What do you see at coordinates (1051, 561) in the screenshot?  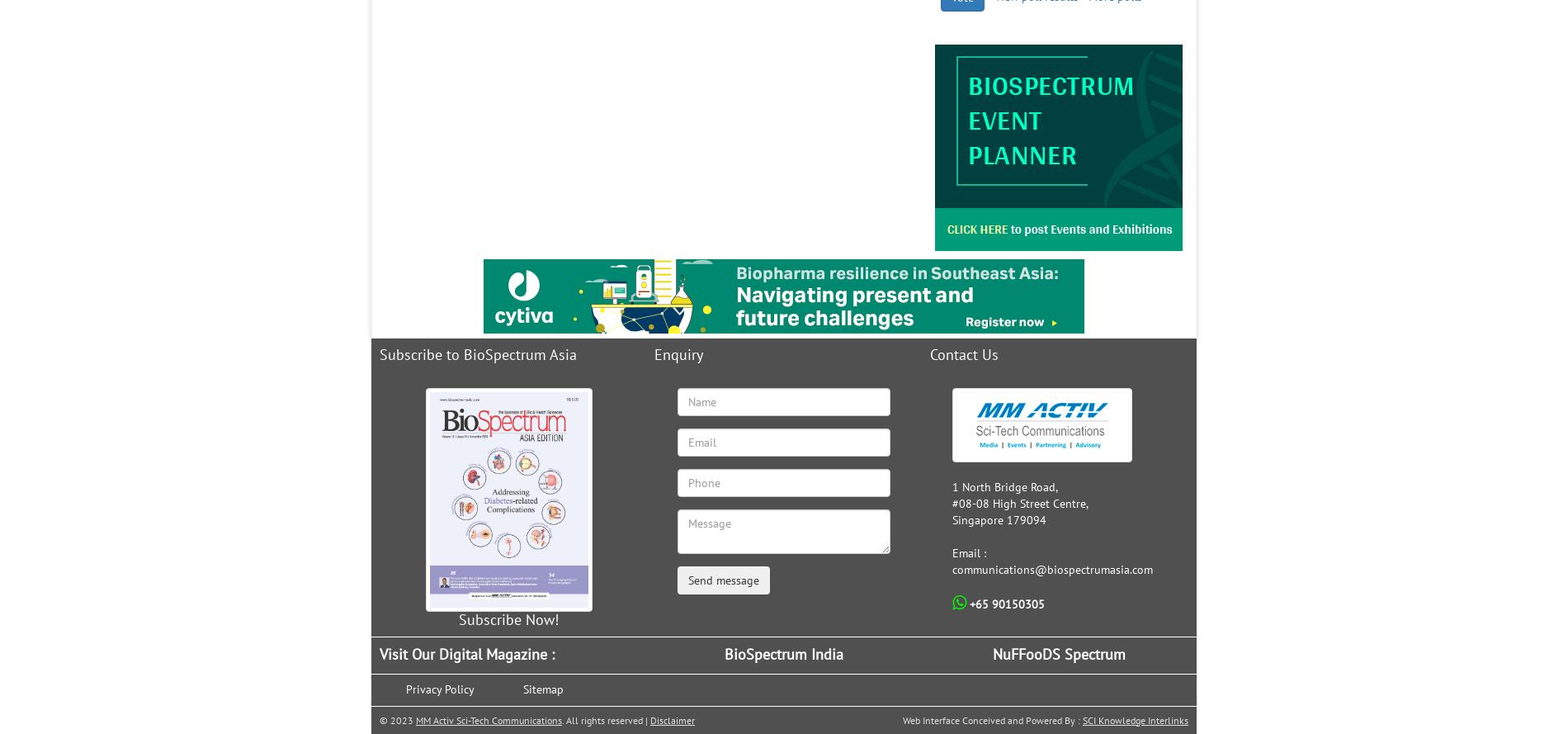 I see `'Email : communications@biospectrumasia.com'` at bounding box center [1051, 561].